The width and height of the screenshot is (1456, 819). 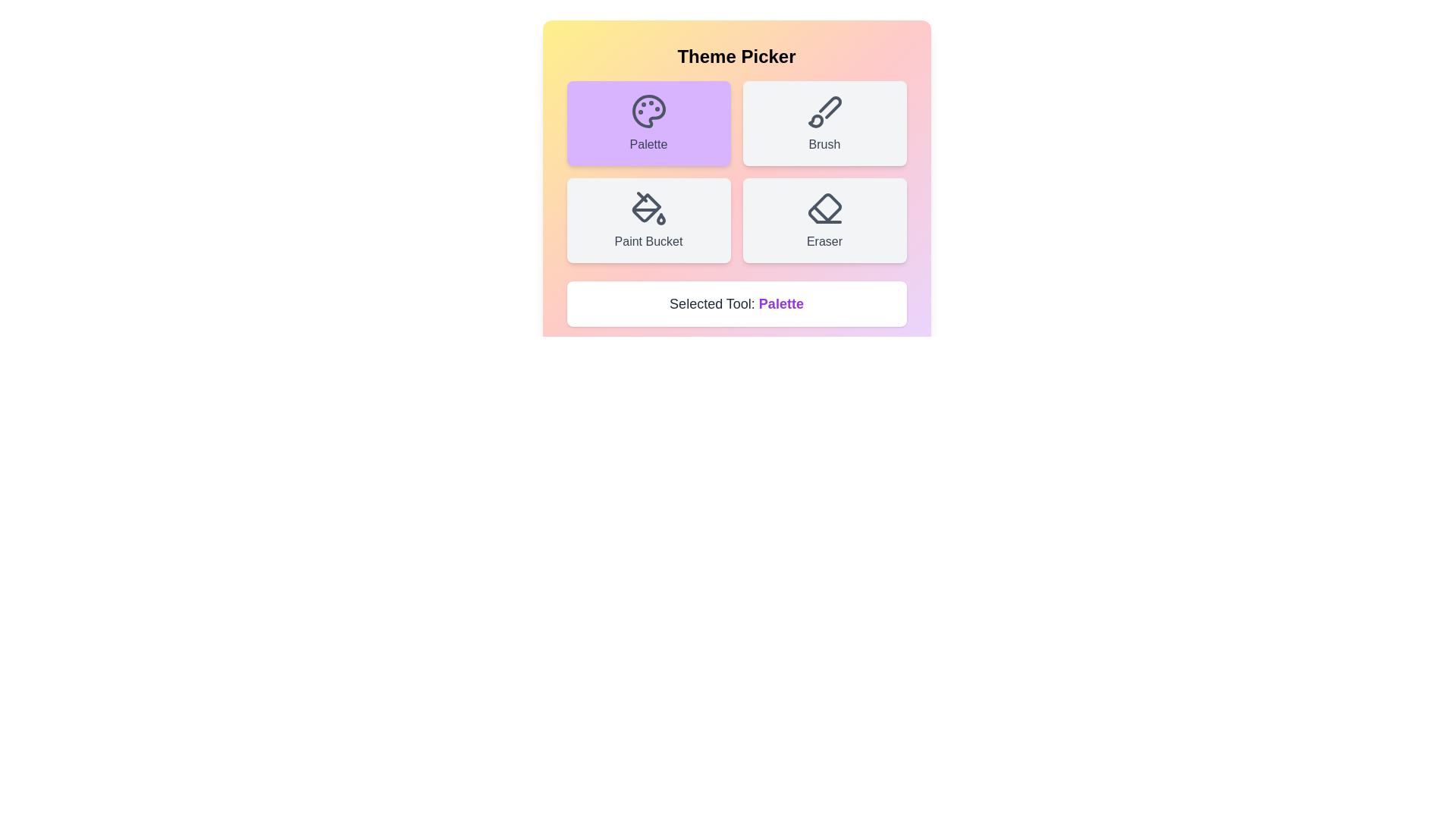 What do you see at coordinates (824, 220) in the screenshot?
I see `the tool button labeled Eraser to observe visual feedback` at bounding box center [824, 220].